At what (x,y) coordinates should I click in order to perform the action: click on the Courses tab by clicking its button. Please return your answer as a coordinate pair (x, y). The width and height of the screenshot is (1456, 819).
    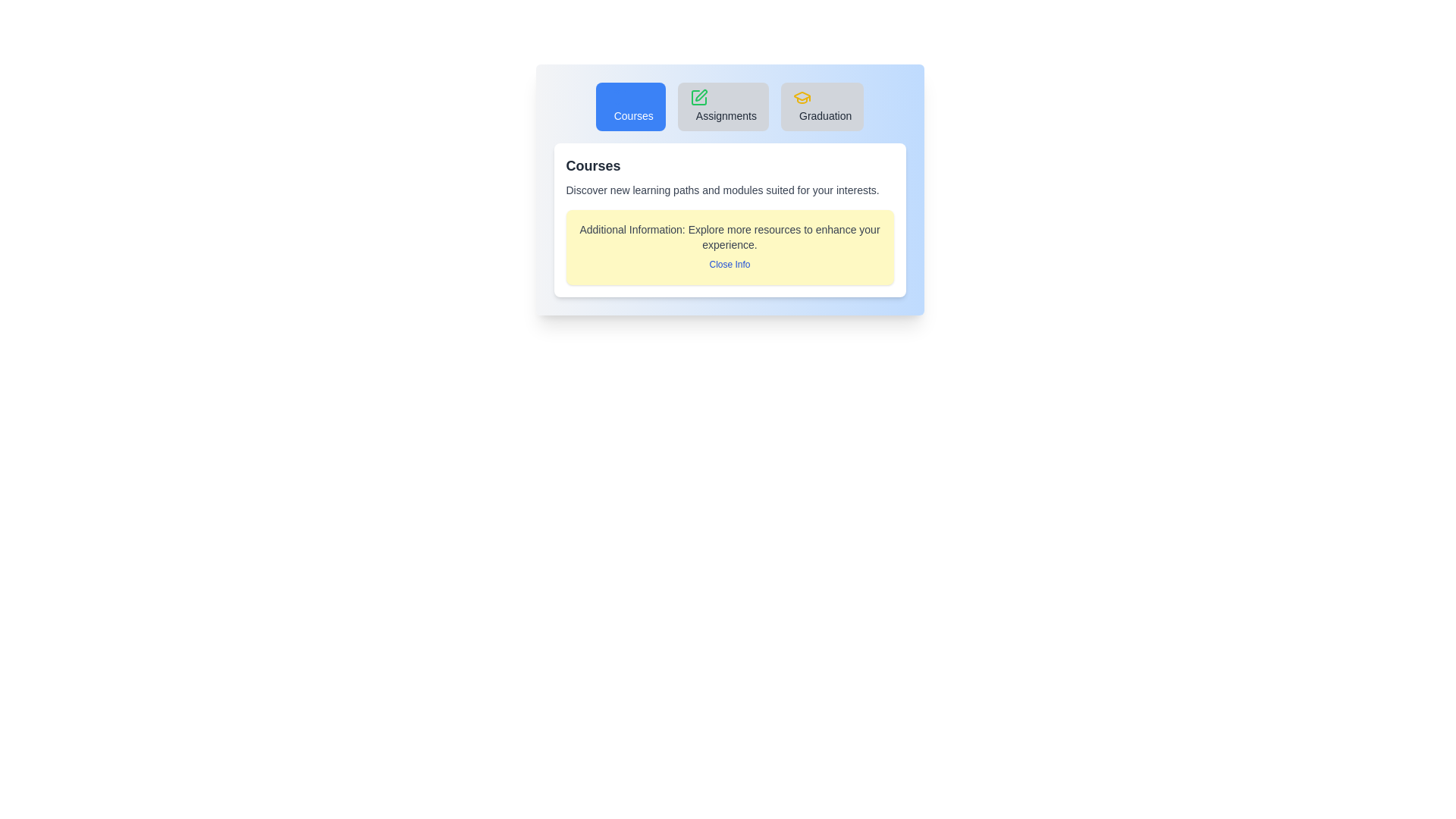
    Looking at the image, I should click on (630, 106).